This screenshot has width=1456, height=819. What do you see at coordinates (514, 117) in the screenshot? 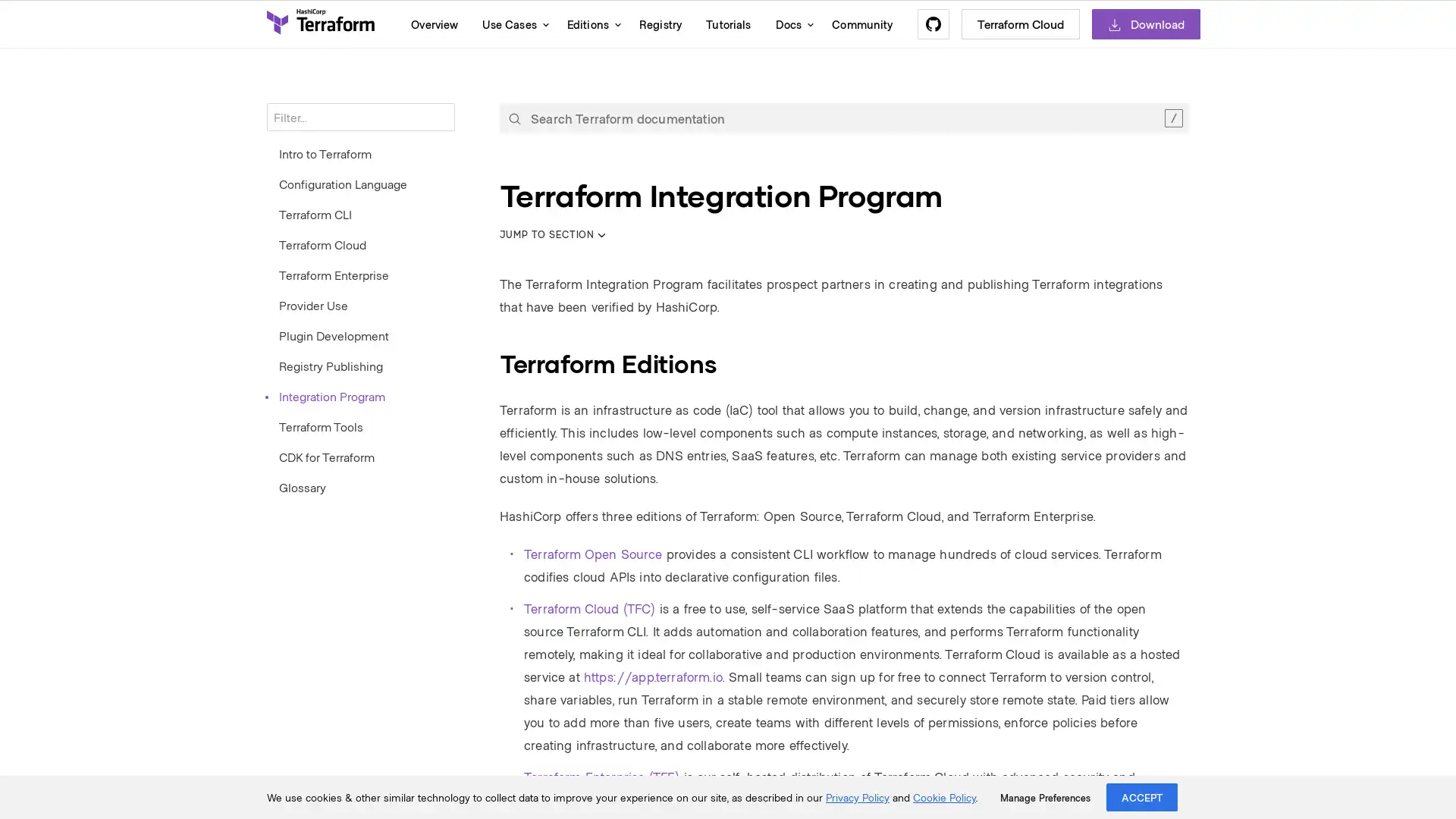
I see `Submit your search query.` at bounding box center [514, 117].